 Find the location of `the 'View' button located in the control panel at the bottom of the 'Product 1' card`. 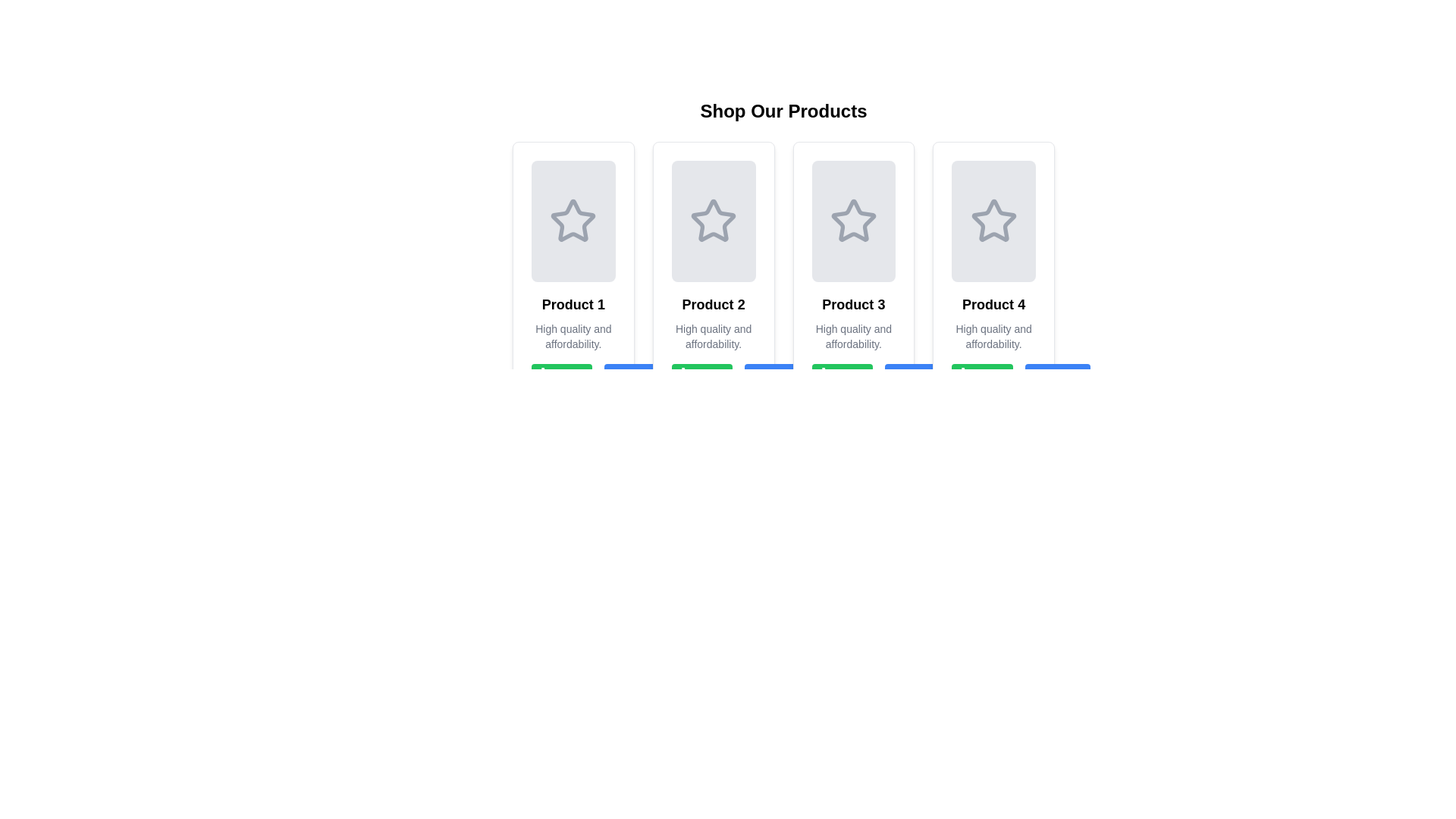

the 'View' button located in the control panel at the bottom of the 'Product 1' card is located at coordinates (573, 375).